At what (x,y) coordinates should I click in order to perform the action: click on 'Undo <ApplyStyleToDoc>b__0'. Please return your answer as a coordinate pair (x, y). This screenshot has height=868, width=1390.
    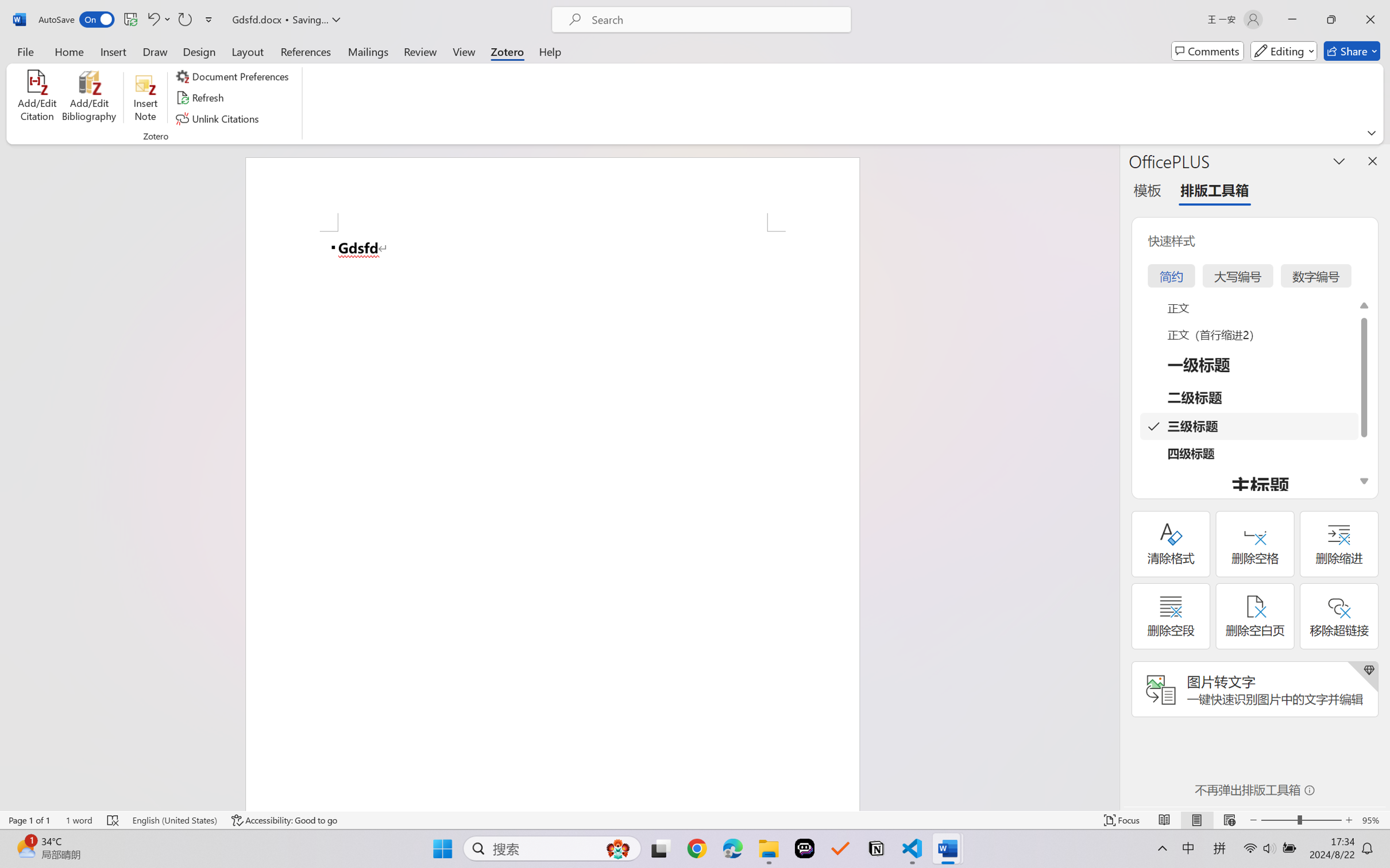
    Looking at the image, I should click on (152, 19).